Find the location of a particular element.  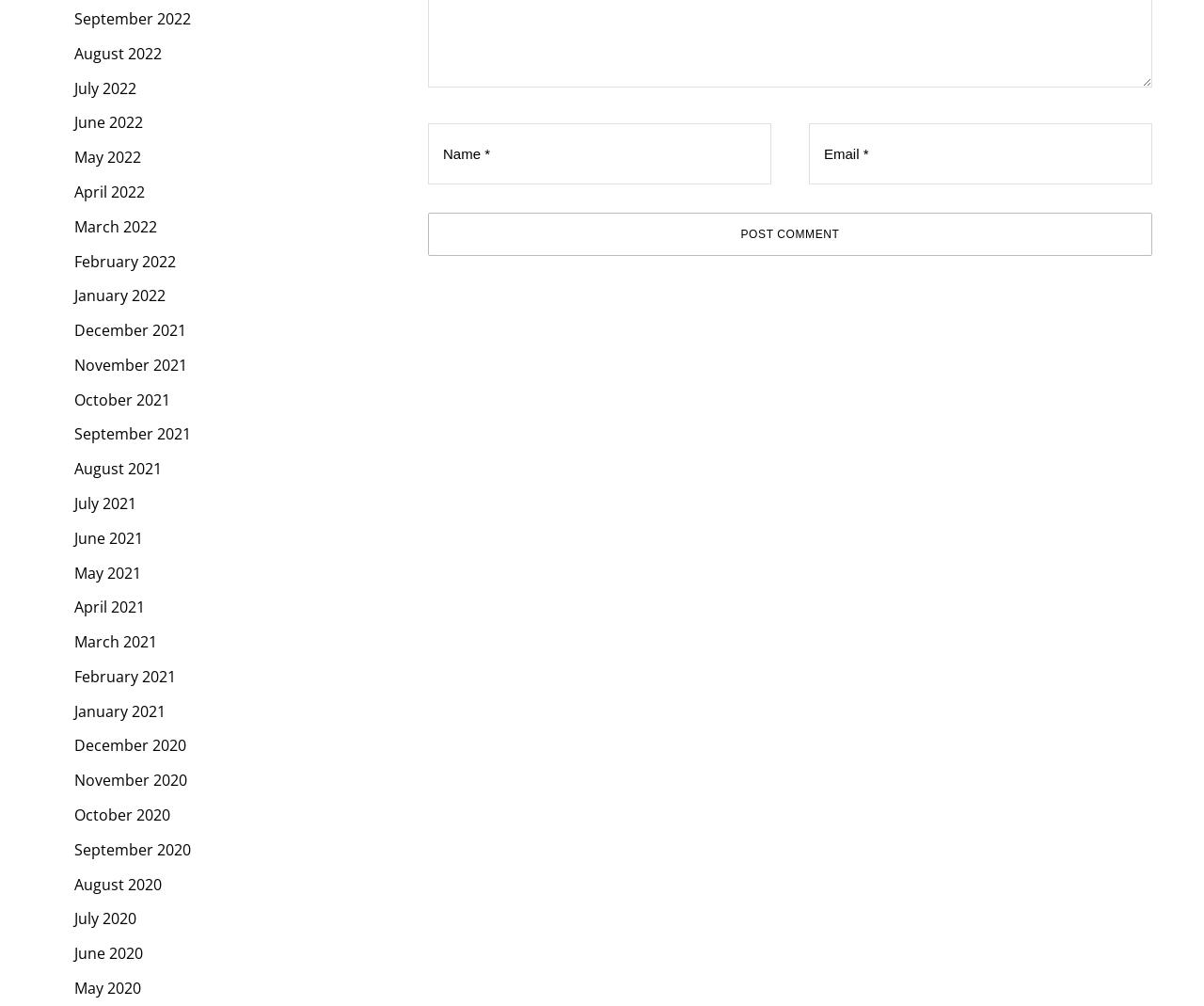

'February 2022' is located at coordinates (123, 259).